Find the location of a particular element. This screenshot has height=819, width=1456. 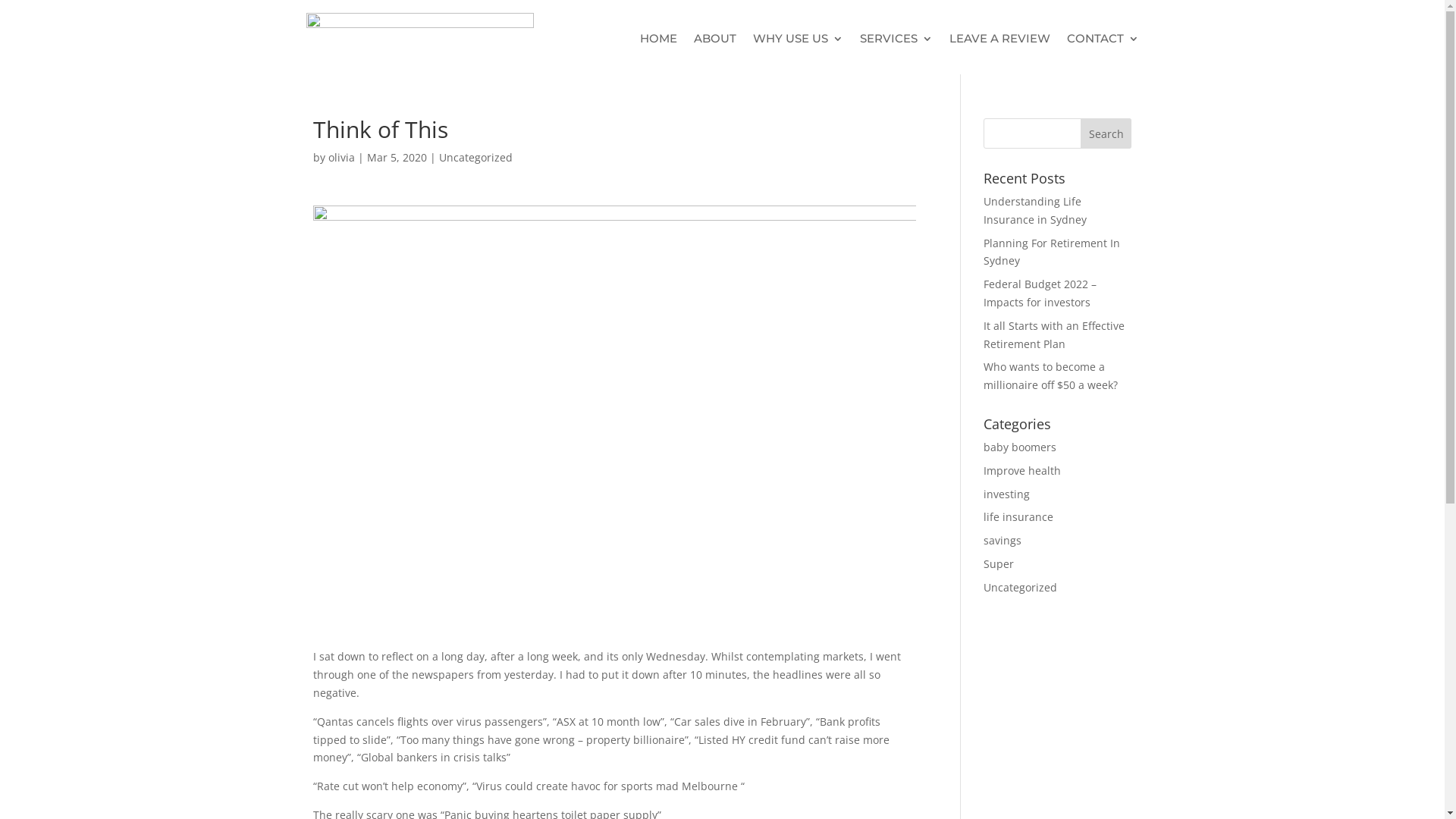

'Super' is located at coordinates (998, 563).